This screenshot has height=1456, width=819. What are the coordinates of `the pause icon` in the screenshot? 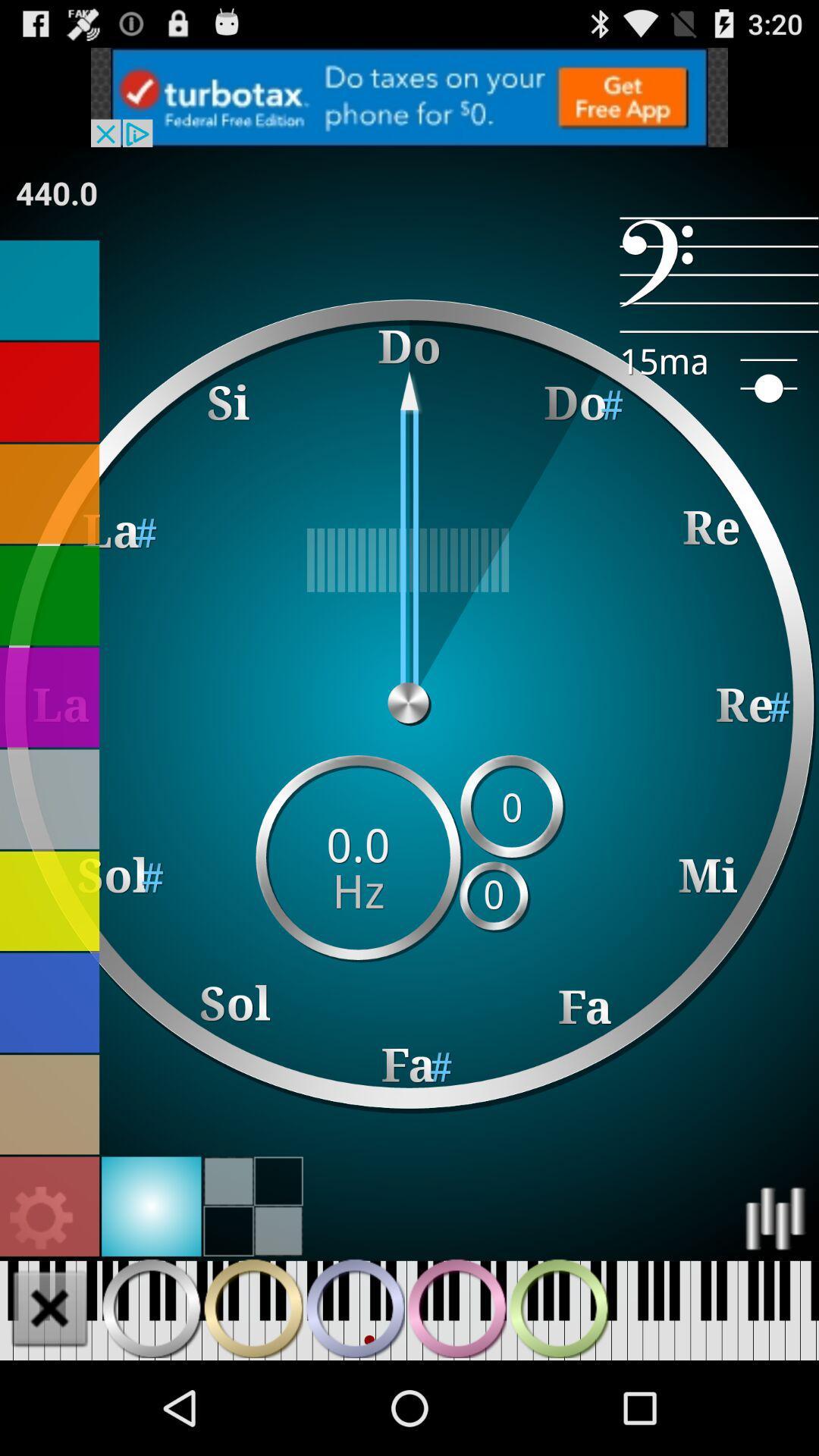 It's located at (253, 1399).